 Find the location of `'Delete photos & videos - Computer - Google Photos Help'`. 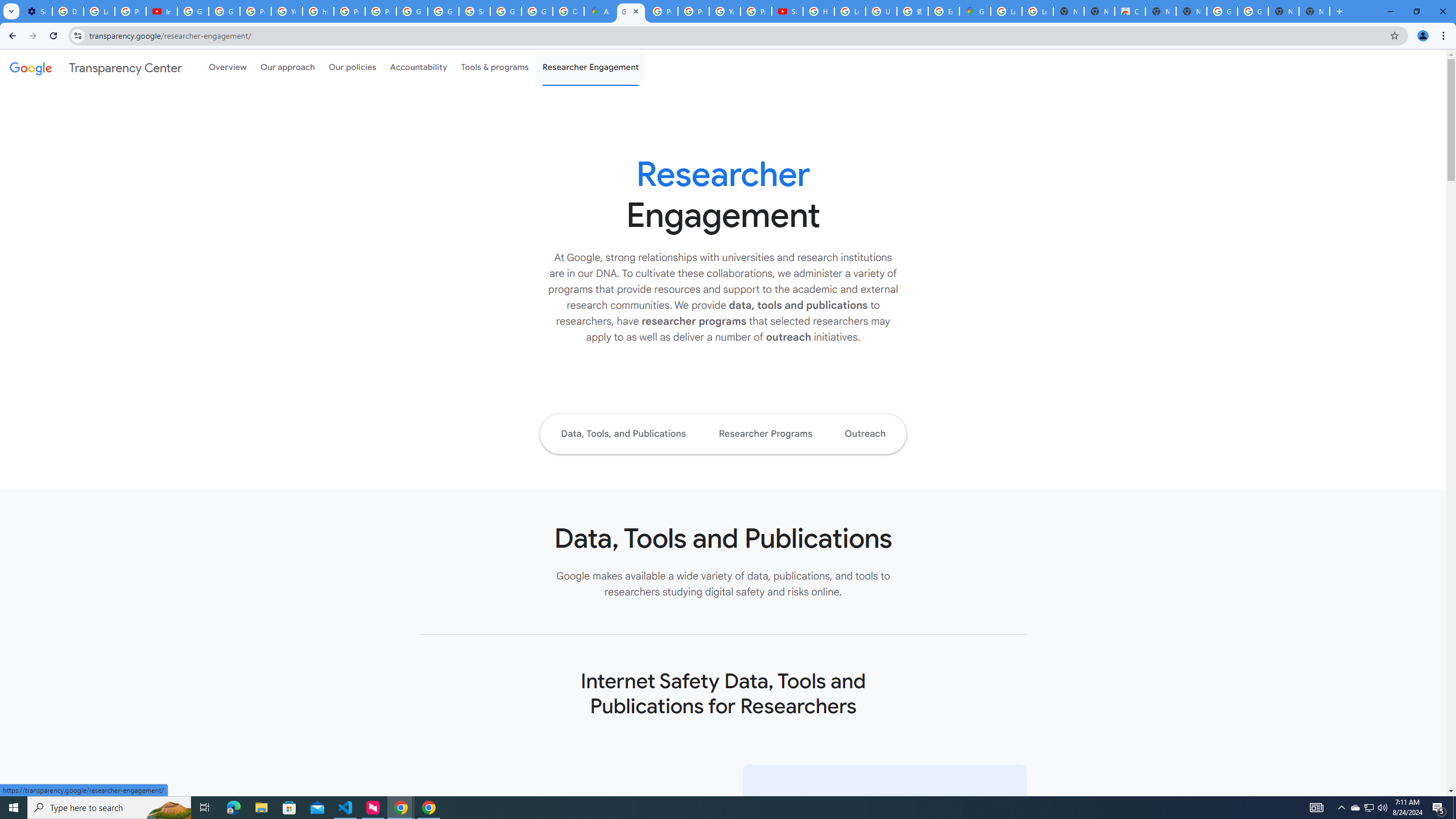

'Delete photos & videos - Computer - Google Photos Help' is located at coordinates (67, 11).